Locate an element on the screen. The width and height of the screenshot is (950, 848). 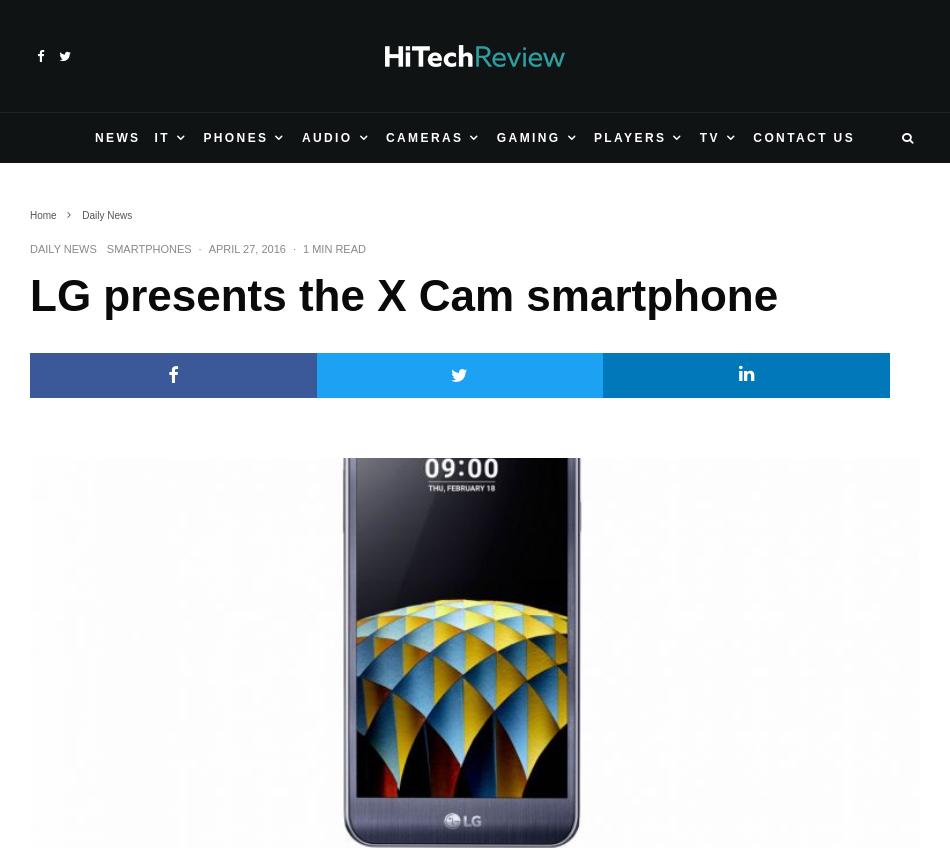
'3DS' is located at coordinates (93, 213).